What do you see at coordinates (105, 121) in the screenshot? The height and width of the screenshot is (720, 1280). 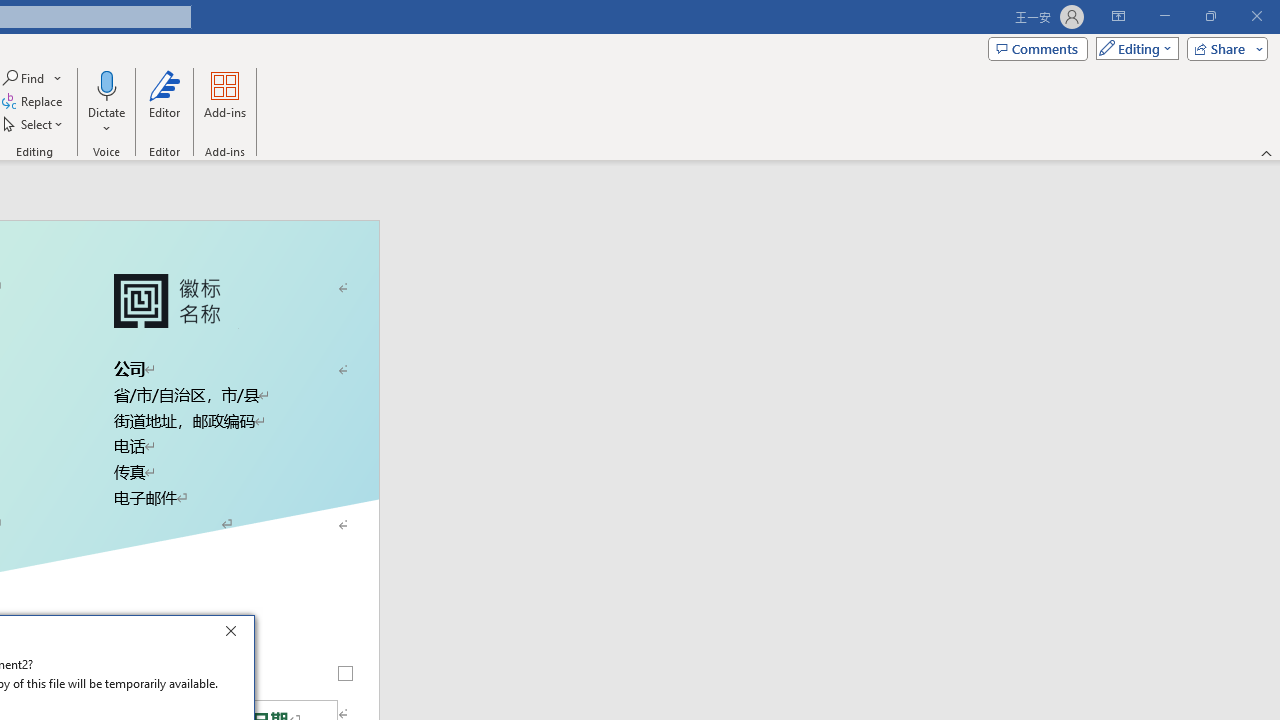 I see `'More Options'` at bounding box center [105, 121].